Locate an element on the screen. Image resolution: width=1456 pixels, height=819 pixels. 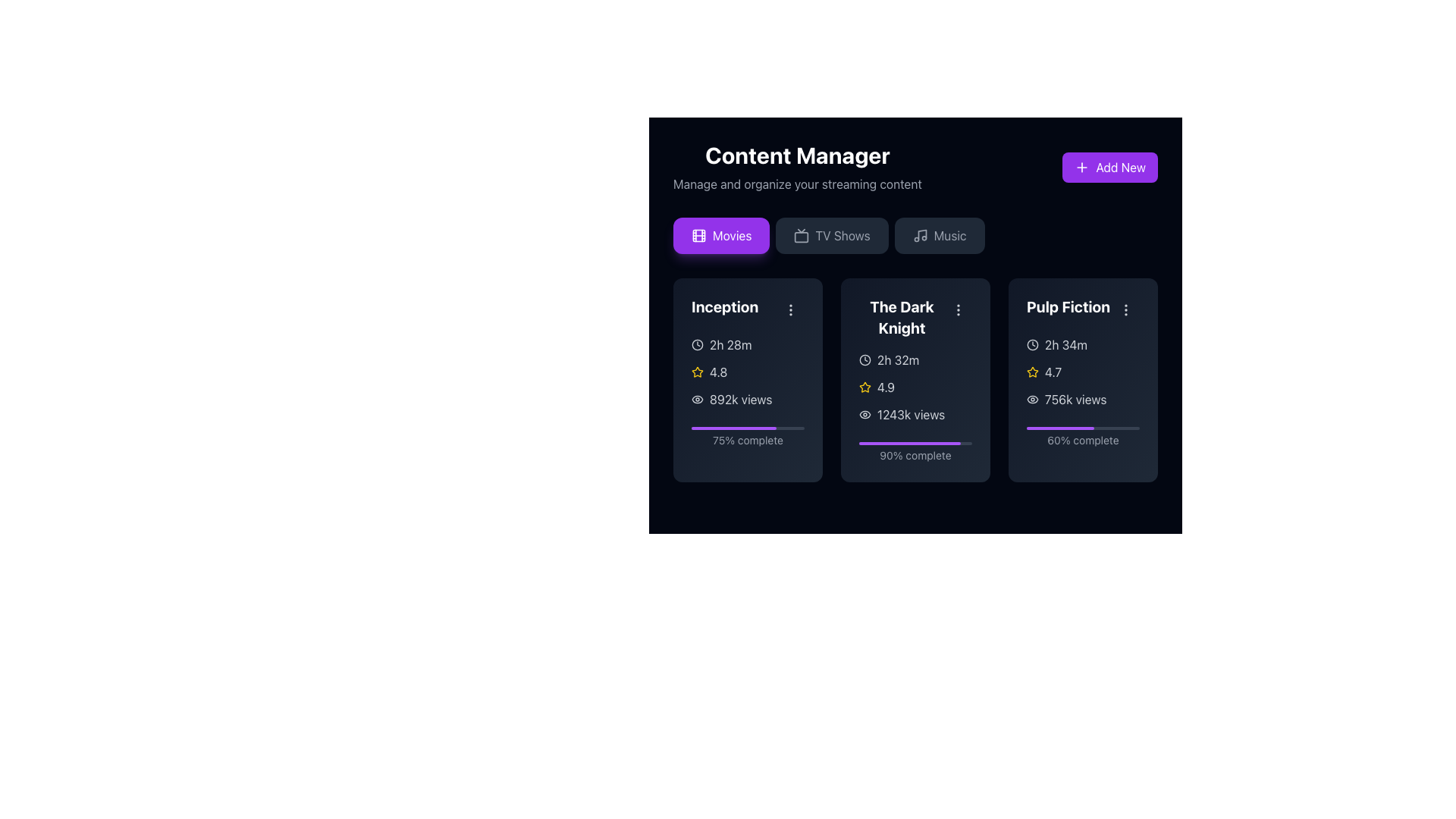
the 'Music' button, which is the third button in a row of three, located under the 'Content Manager' header is located at coordinates (939, 236).